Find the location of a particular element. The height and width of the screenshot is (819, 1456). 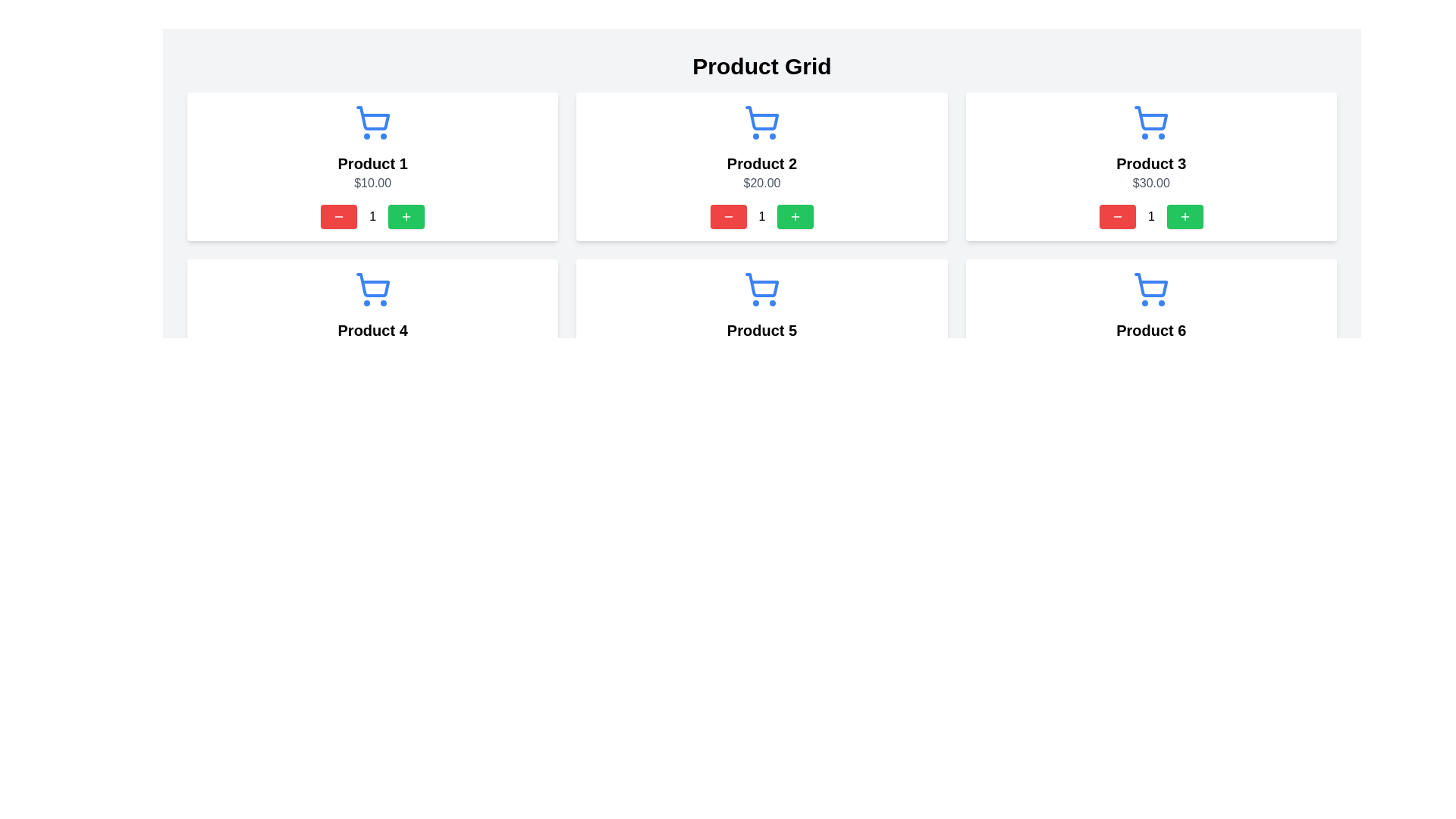

the text label that displays the product name located at the bottom center of the product card, just above the price label '$50.00' is located at coordinates (761, 329).